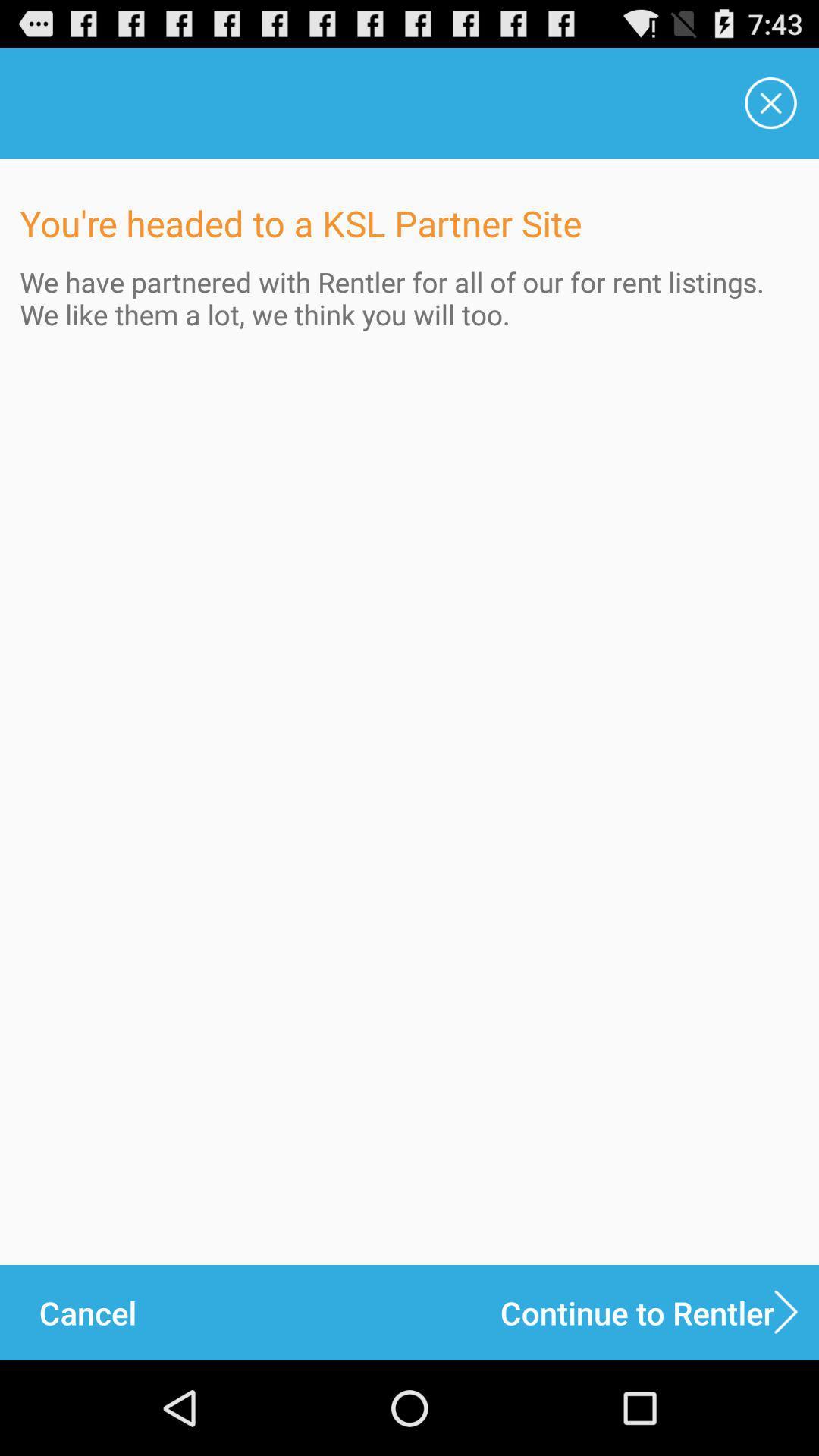 The height and width of the screenshot is (1456, 819). Describe the element at coordinates (87, 1312) in the screenshot. I see `item to the left of continue to rentler item` at that location.